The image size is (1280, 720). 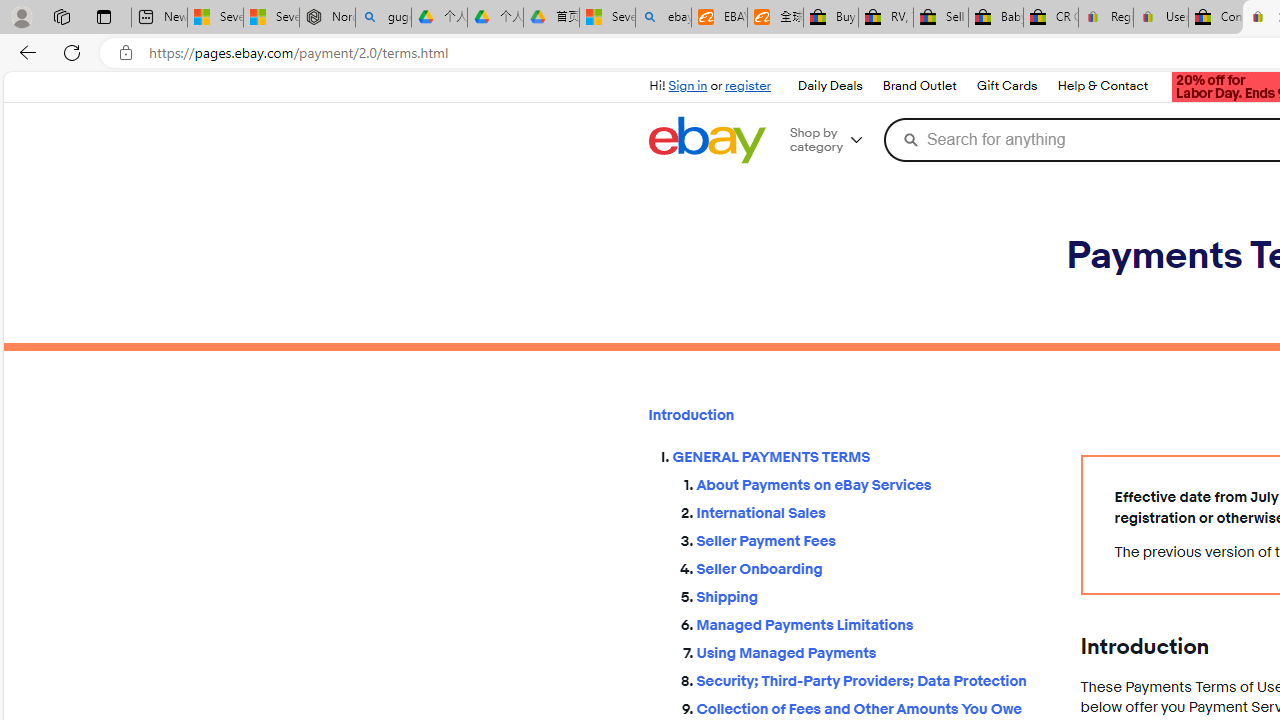 What do you see at coordinates (917, 85) in the screenshot?
I see `'Brand Outlet'` at bounding box center [917, 85].